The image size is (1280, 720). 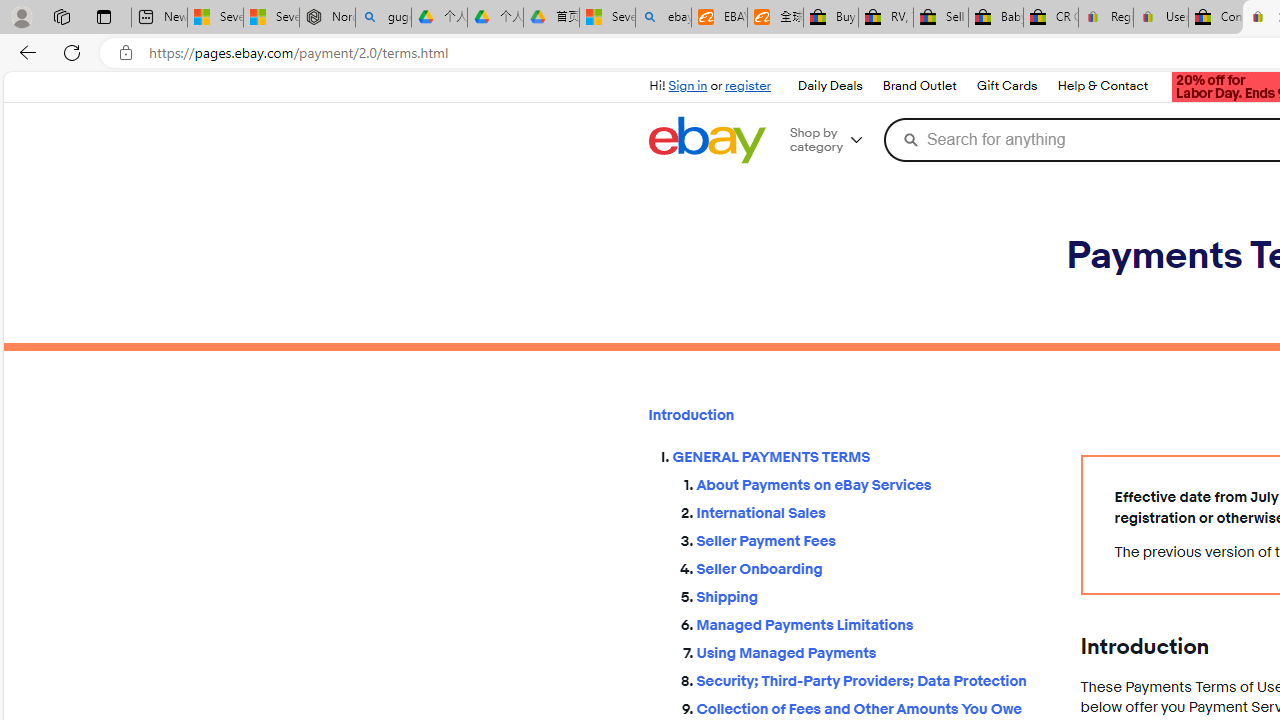 What do you see at coordinates (917, 85) in the screenshot?
I see `'Brand Outlet'` at bounding box center [917, 85].